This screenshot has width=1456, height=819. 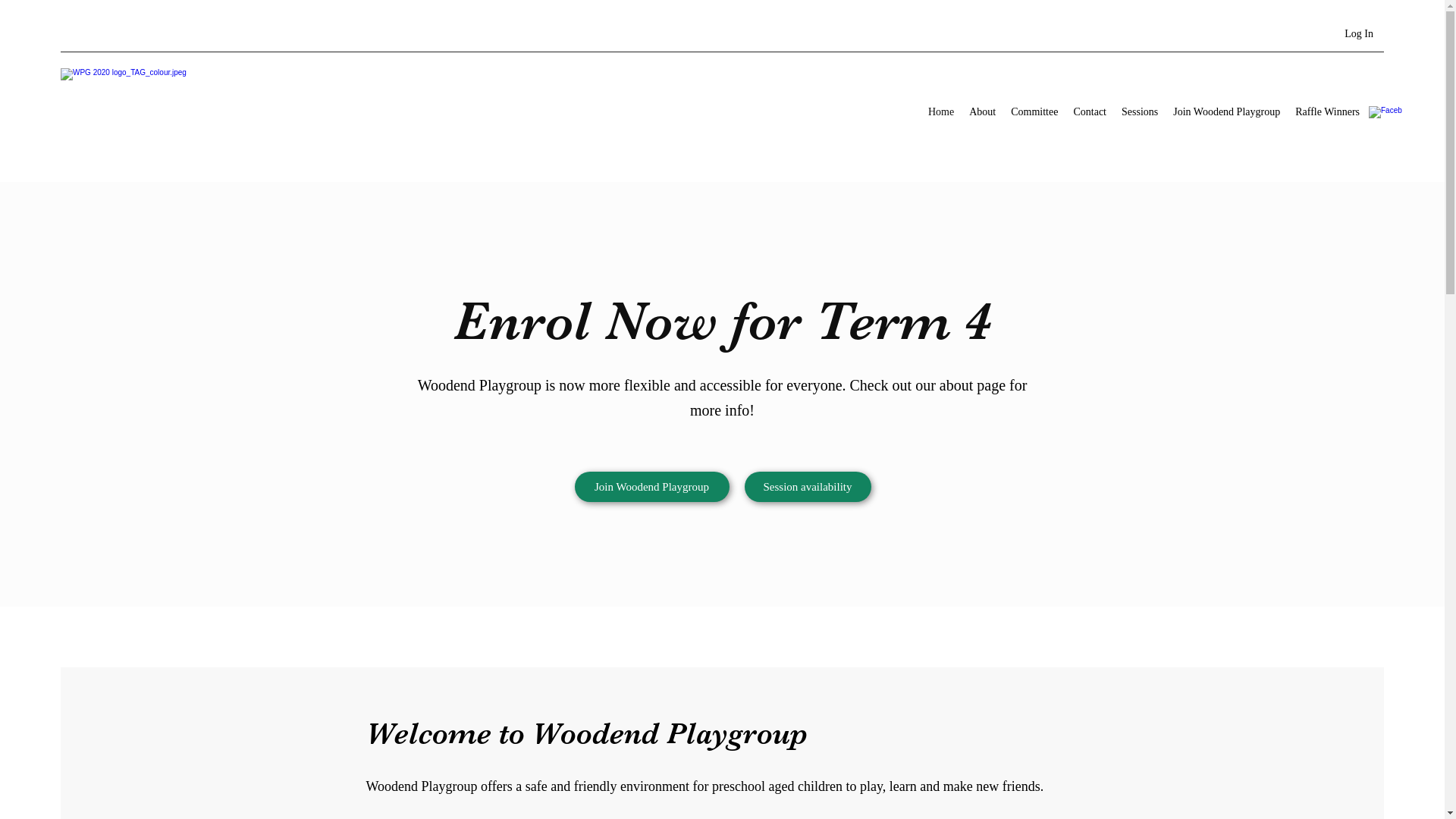 I want to click on 'Join Woodend Playgroup', so click(x=651, y=486).